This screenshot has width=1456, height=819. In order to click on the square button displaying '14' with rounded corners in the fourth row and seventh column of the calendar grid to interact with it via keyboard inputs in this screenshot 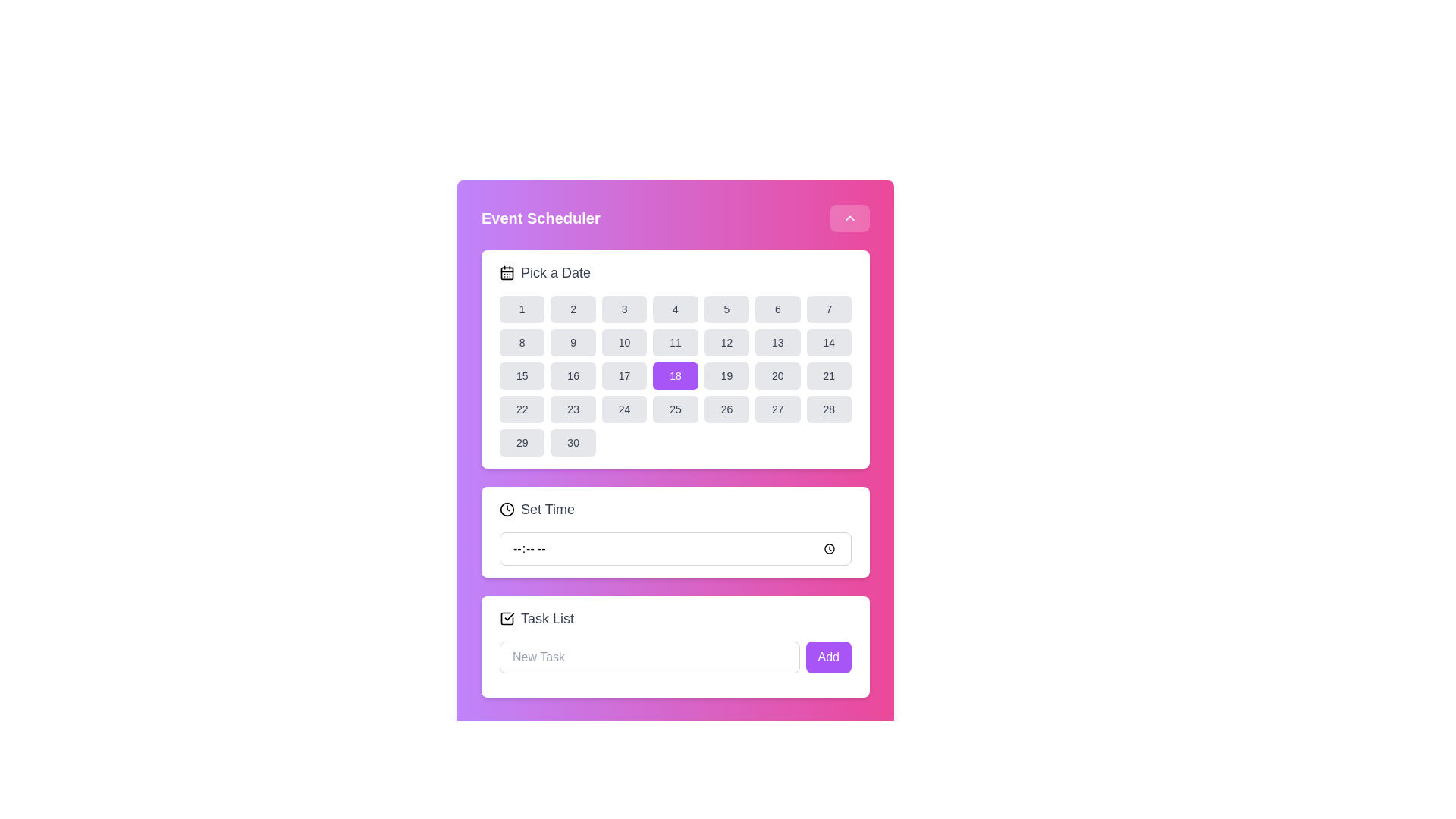, I will do `click(828, 342)`.